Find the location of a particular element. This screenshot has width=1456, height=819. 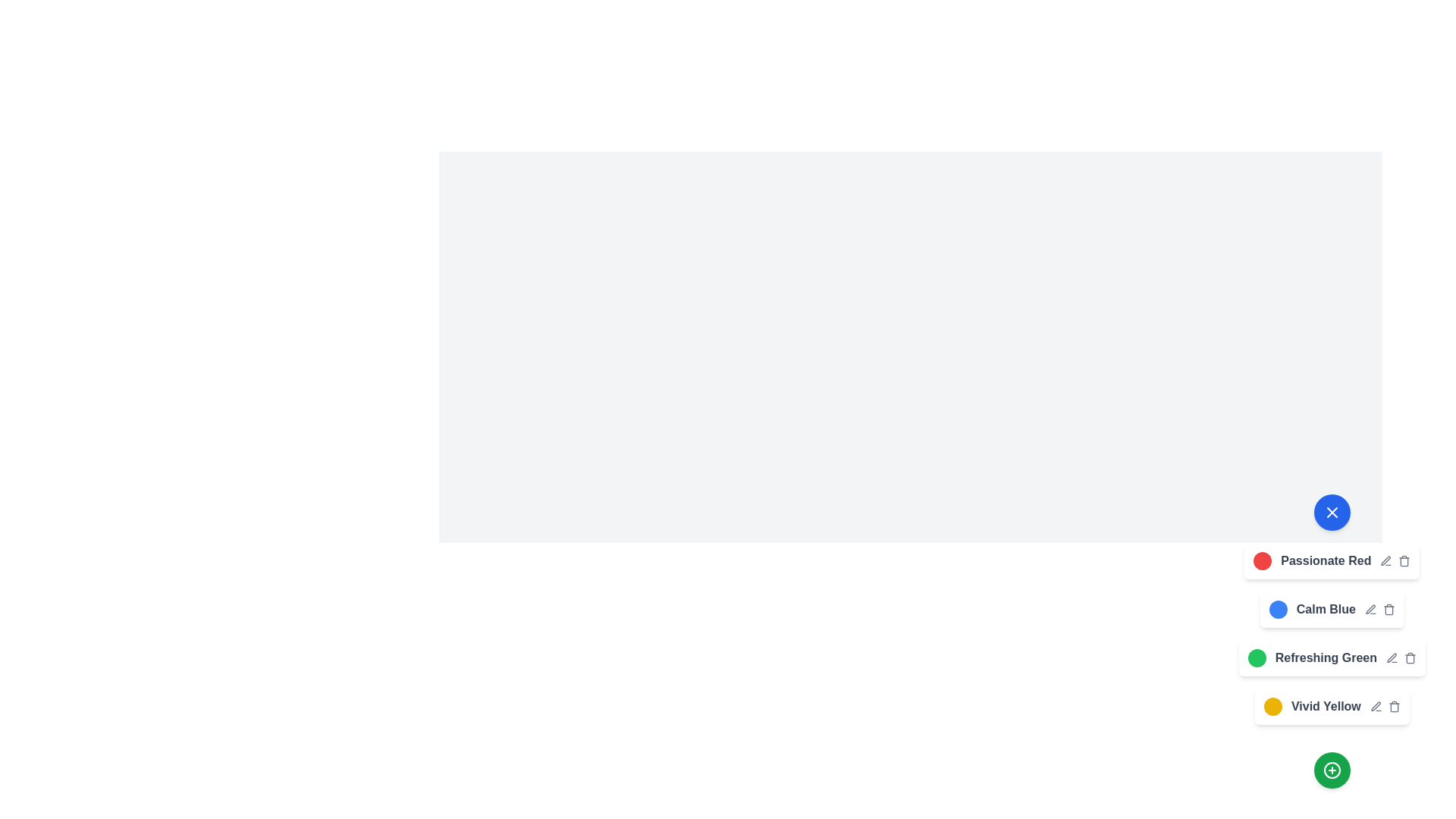

the trash icon to delete the color theme Passionate Red is located at coordinates (1404, 561).